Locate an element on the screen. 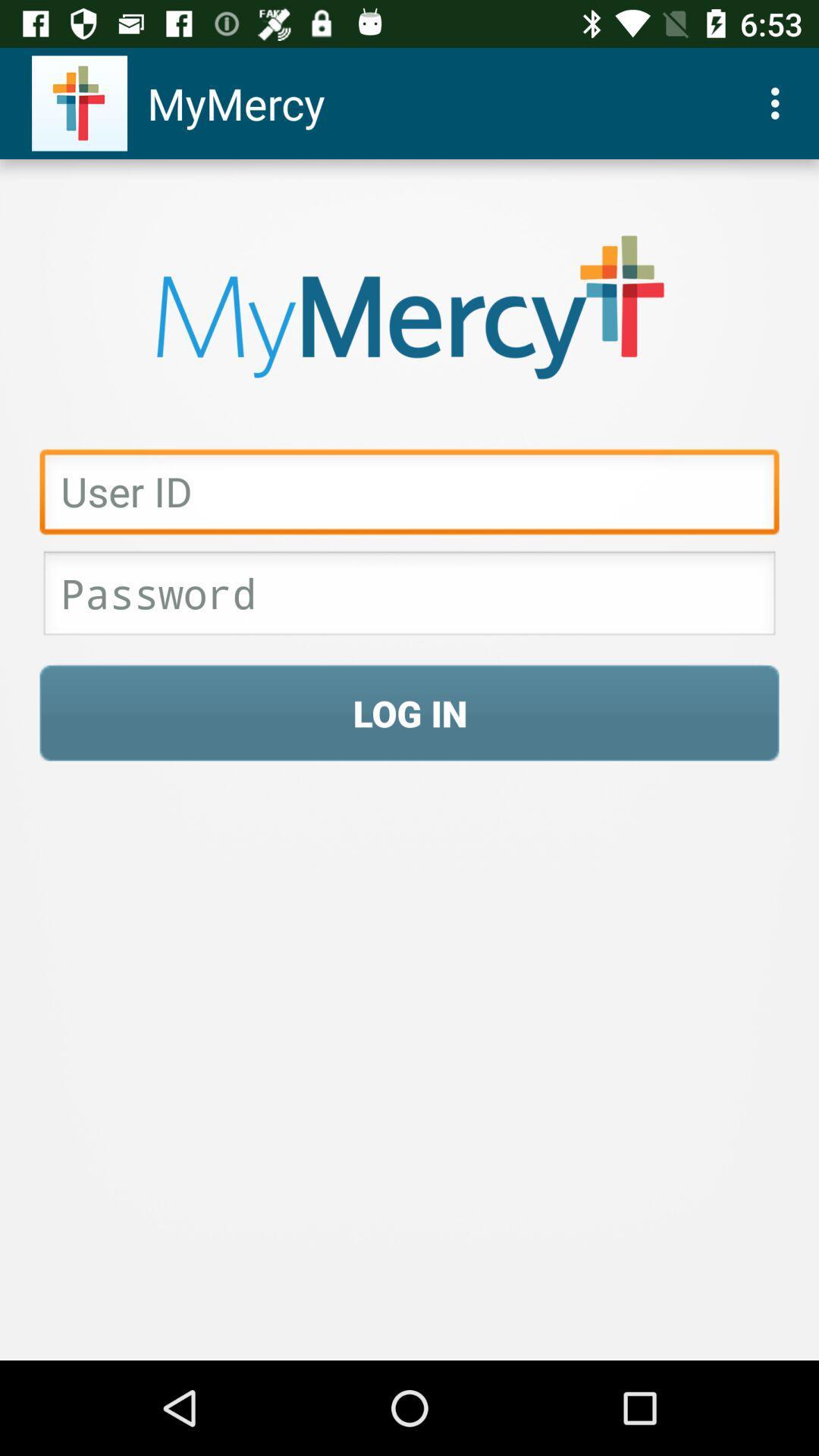 This screenshot has width=819, height=1456. icon next to the mymercy is located at coordinates (779, 102).